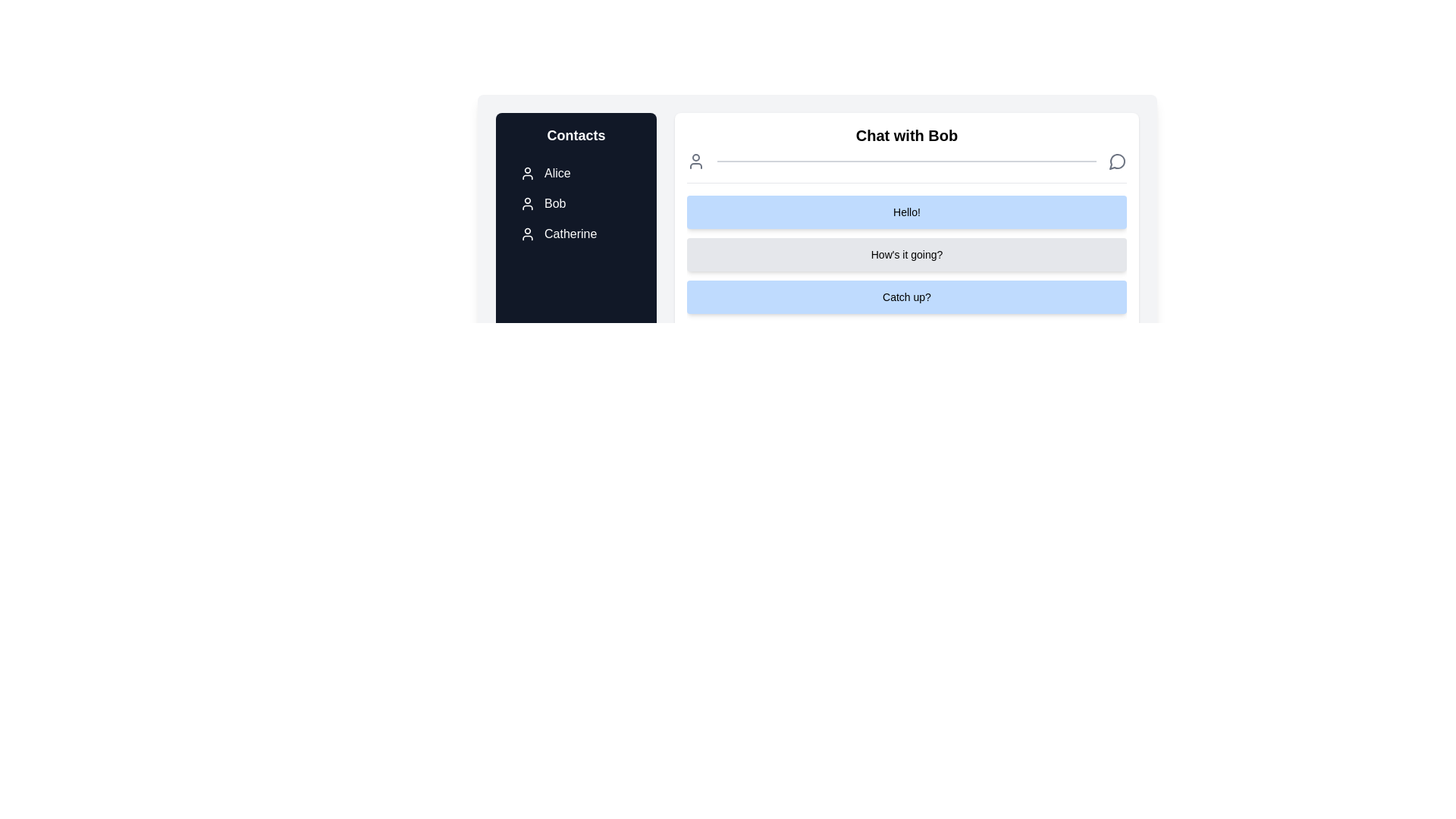 This screenshot has width=1456, height=819. What do you see at coordinates (575, 172) in the screenshot?
I see `the contact entry button for 'Alice' located in the vertical list of contacts in the left sidebar to possibly reveal additional details` at bounding box center [575, 172].